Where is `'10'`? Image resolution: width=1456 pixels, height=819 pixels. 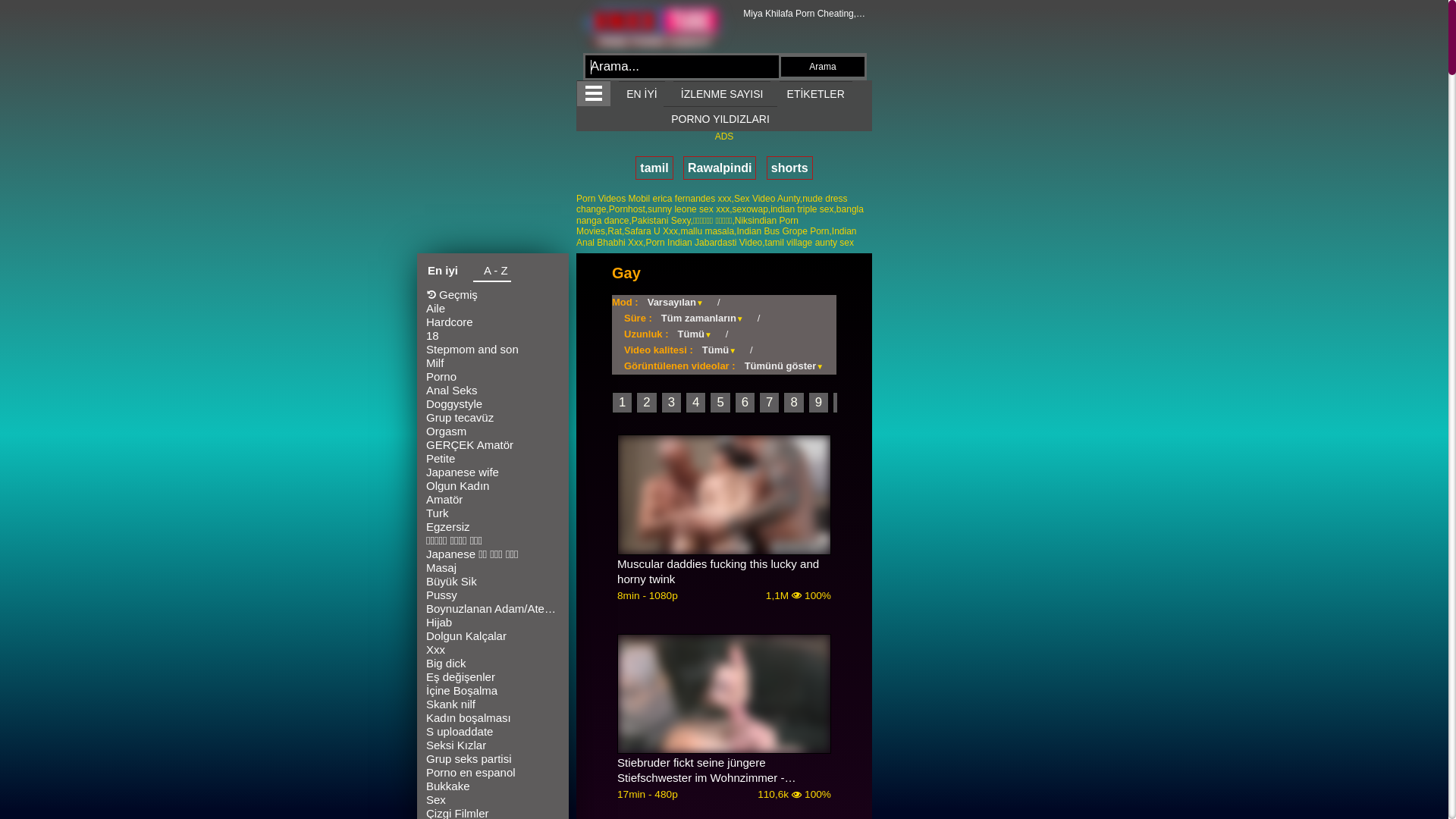 '10' is located at coordinates (846, 402).